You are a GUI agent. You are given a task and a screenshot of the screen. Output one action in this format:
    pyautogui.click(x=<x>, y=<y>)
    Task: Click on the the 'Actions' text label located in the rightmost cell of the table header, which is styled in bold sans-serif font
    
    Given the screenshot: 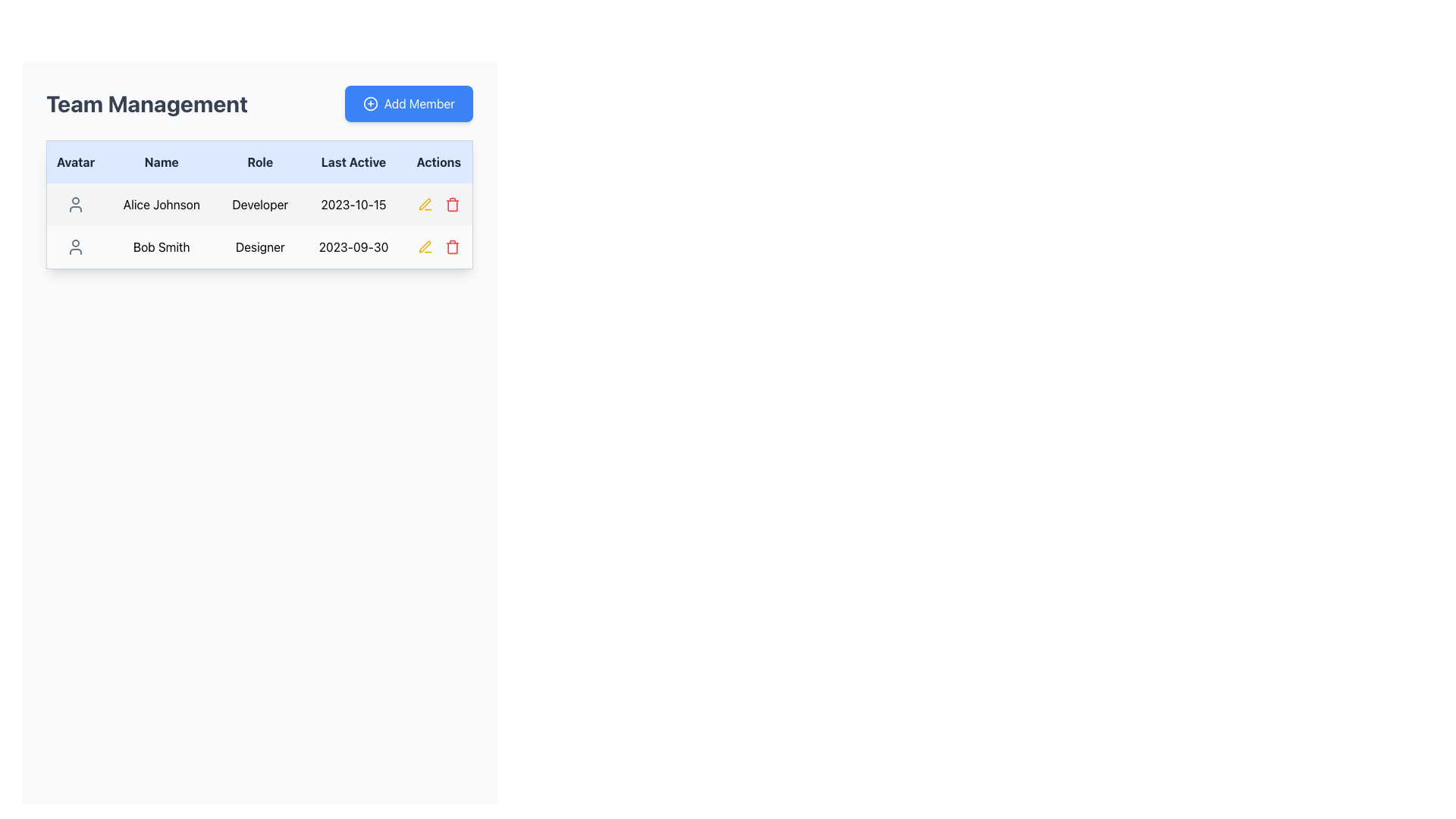 What is the action you would take?
    pyautogui.click(x=438, y=162)
    